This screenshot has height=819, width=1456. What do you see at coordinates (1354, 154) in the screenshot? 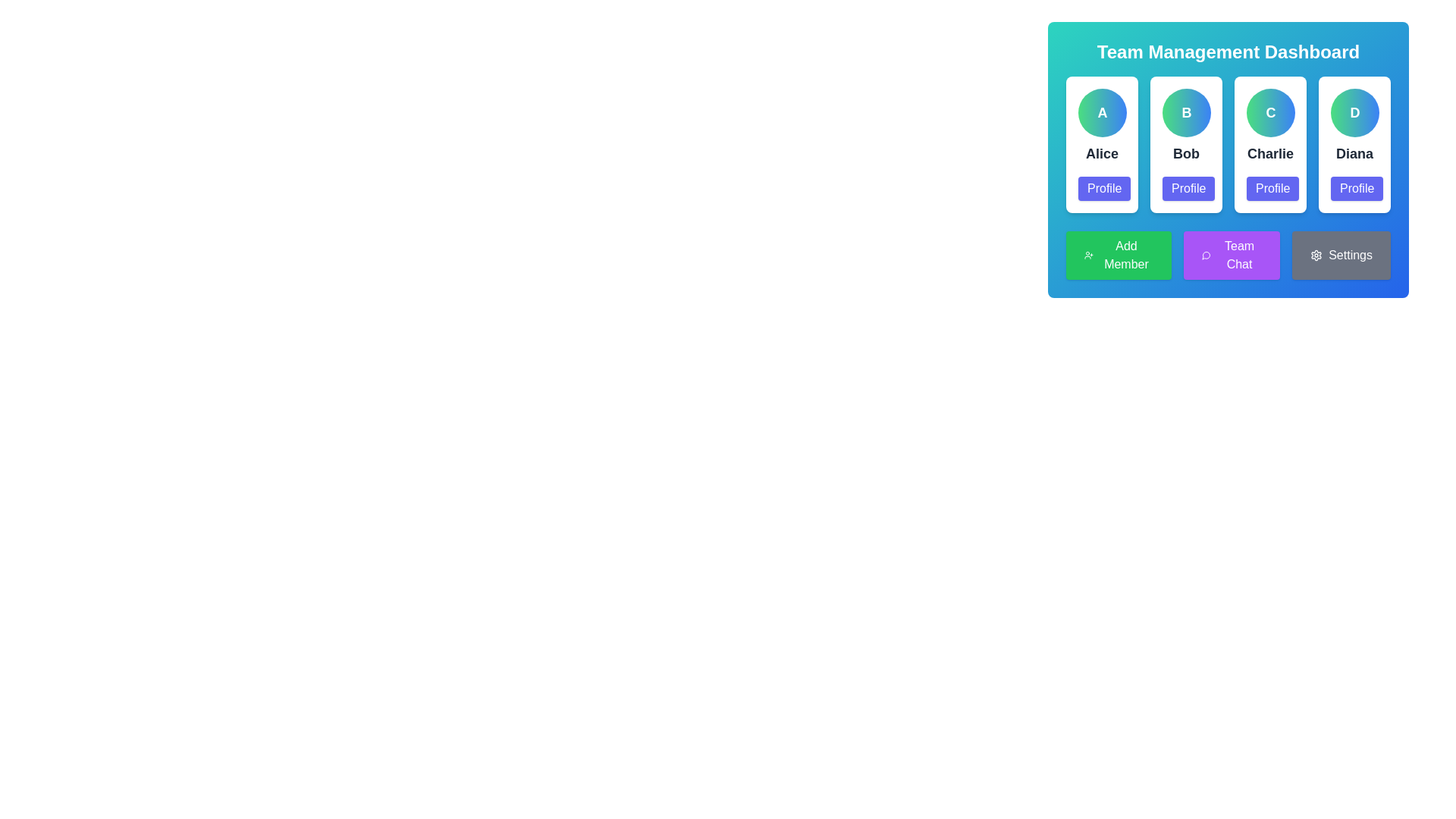
I see `the text label that identifies the user or team member in the fourth profile card from the left, positioned below the circular profile letter 'D' and above the 'Profile' button` at bounding box center [1354, 154].